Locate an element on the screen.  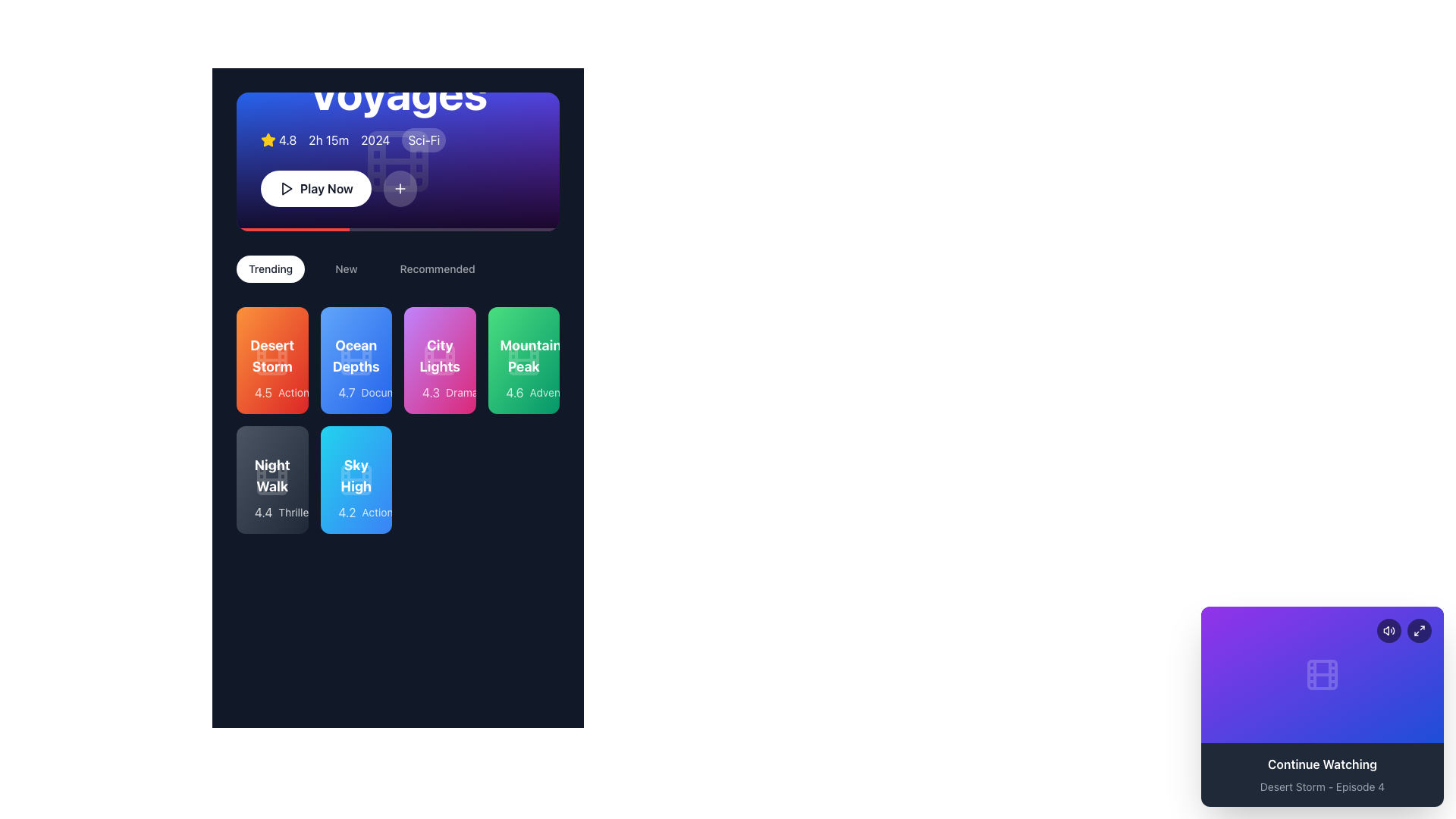
the film frame icon located centrally within the green card labeled 'Mountain Peak', which is the fourth item in the first row of content cards, below the 'Trending' tab is located at coordinates (523, 360).